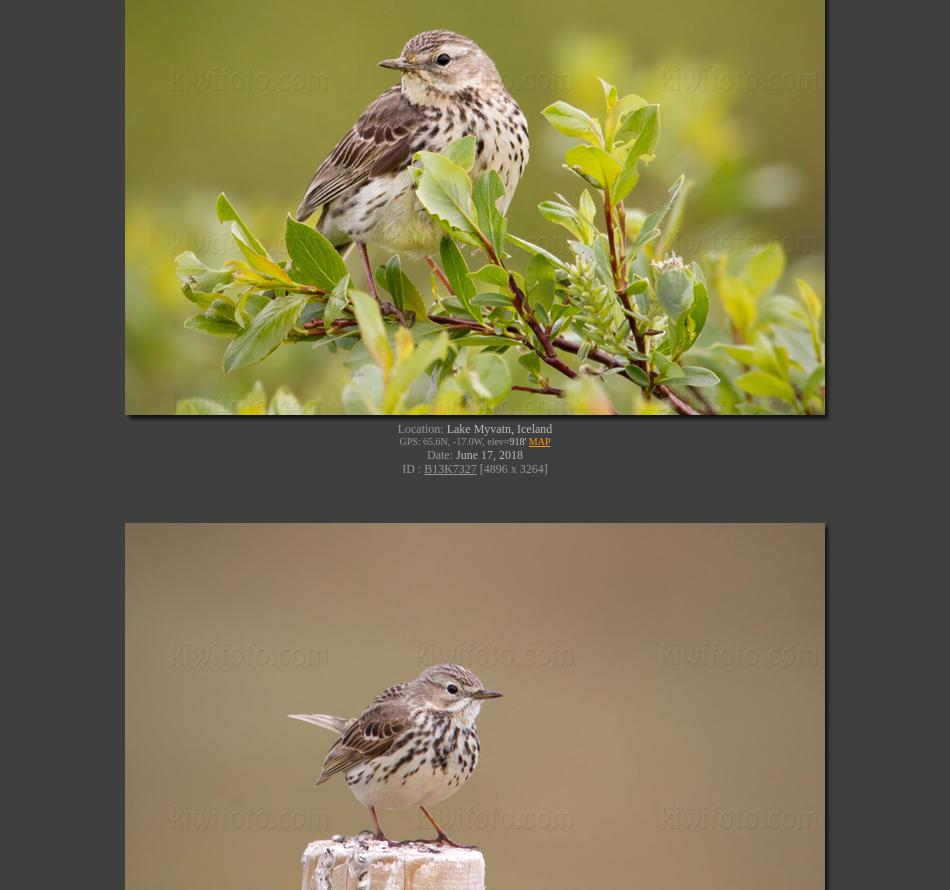  I want to click on 'June  17, 2018', so click(455, 454).